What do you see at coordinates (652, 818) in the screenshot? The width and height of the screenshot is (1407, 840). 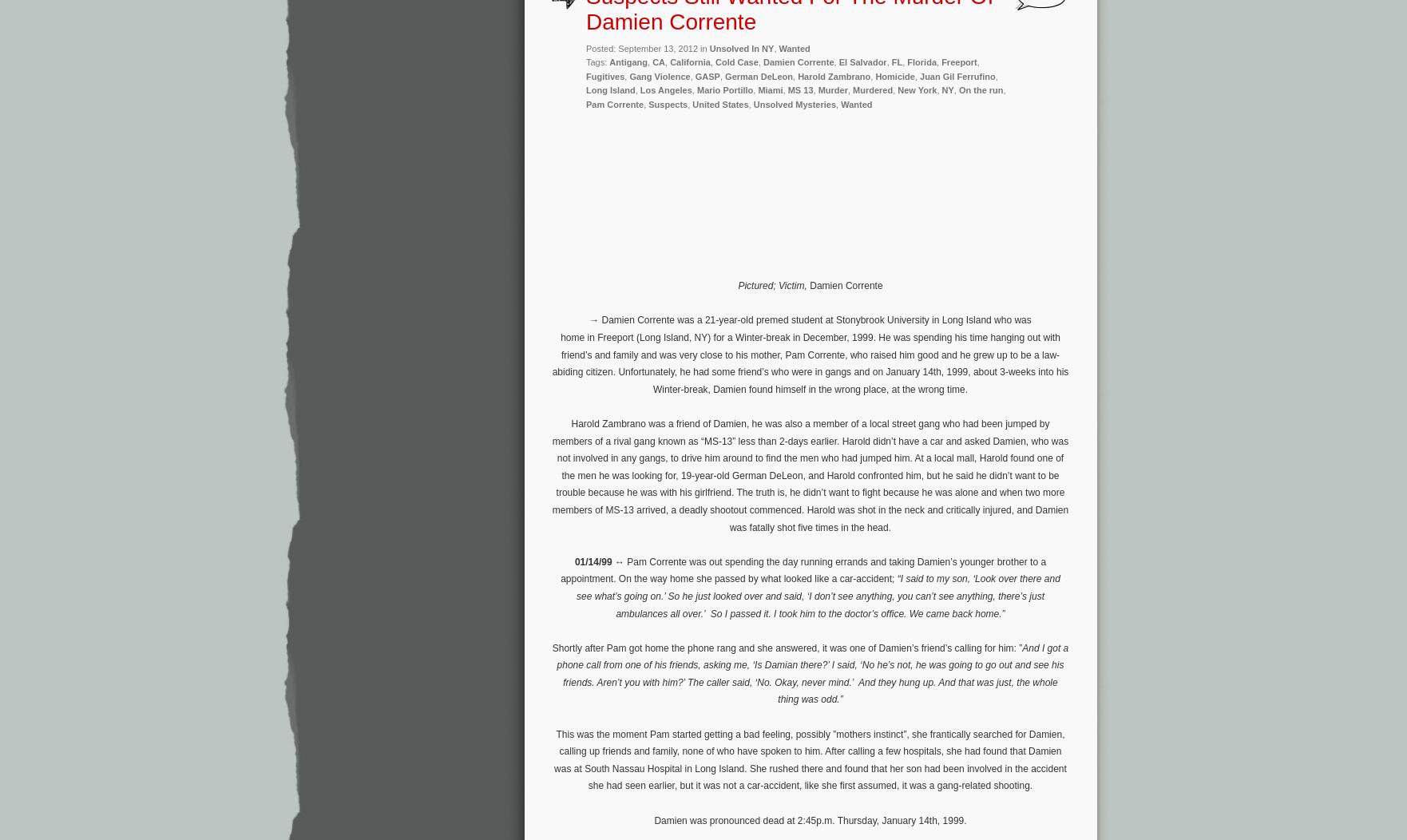 I see `'Damien was pronounced dead at 2:45p.m. Thursday, January 14th, 1999.'` at bounding box center [652, 818].